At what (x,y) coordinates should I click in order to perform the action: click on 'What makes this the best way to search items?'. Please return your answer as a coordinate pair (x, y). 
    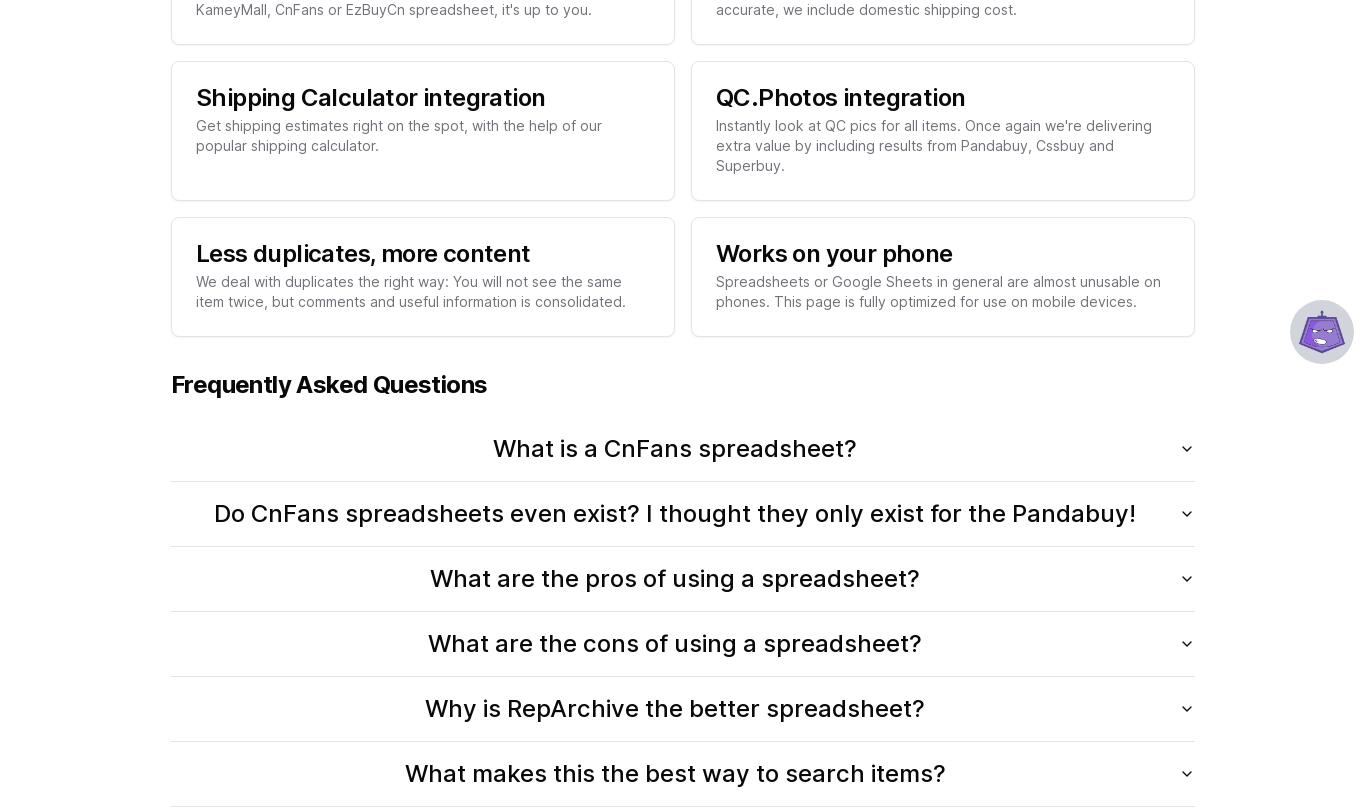
    Looking at the image, I should click on (673, 772).